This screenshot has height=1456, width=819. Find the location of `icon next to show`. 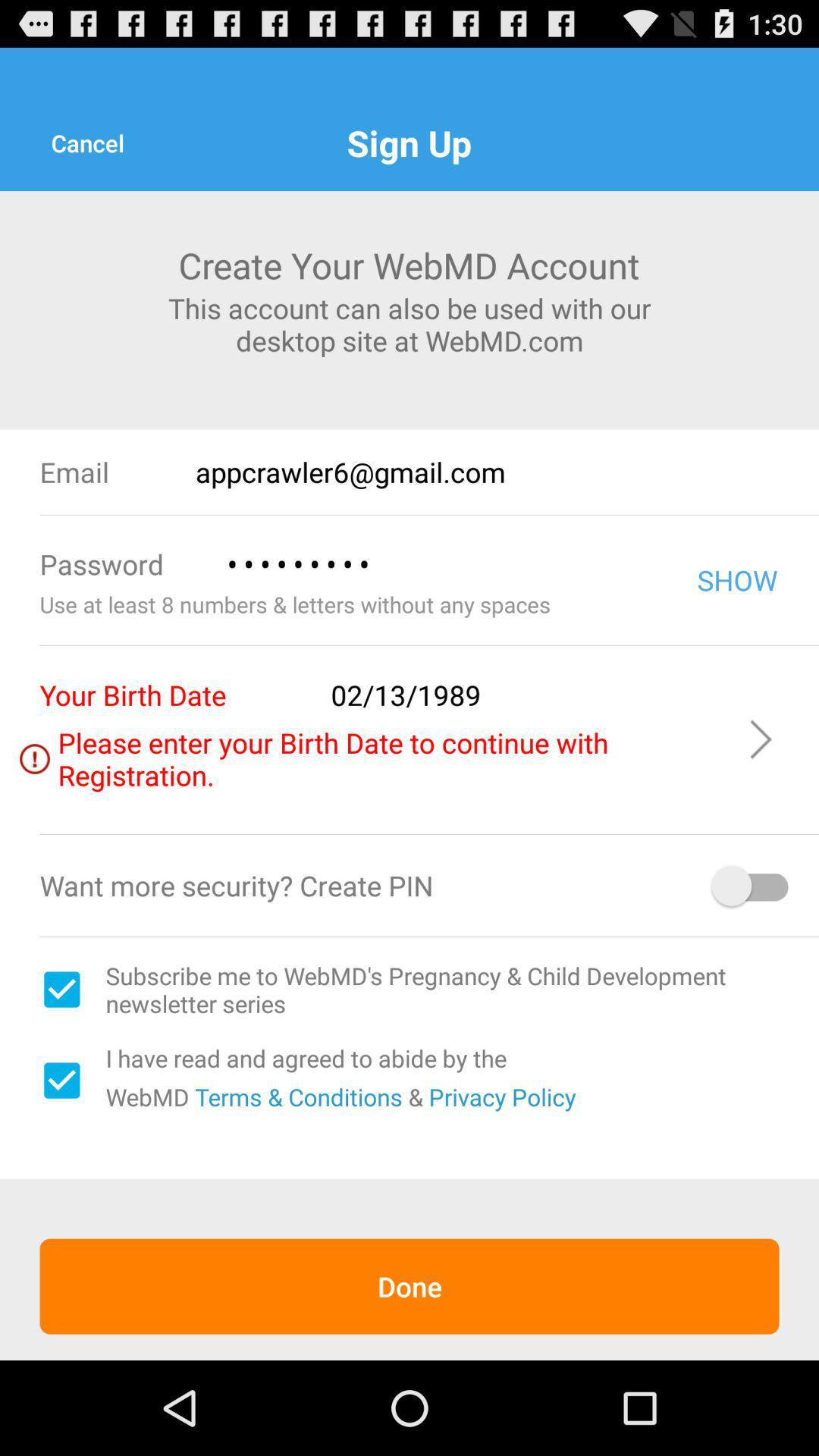

icon next to show is located at coordinates (439, 563).